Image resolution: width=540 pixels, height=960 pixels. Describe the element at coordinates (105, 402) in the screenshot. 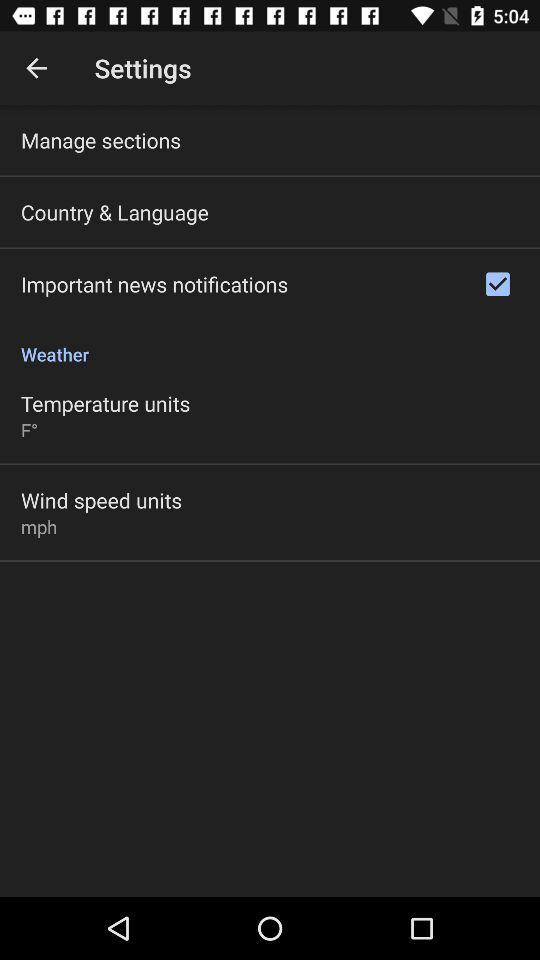

I see `temperature units item` at that location.